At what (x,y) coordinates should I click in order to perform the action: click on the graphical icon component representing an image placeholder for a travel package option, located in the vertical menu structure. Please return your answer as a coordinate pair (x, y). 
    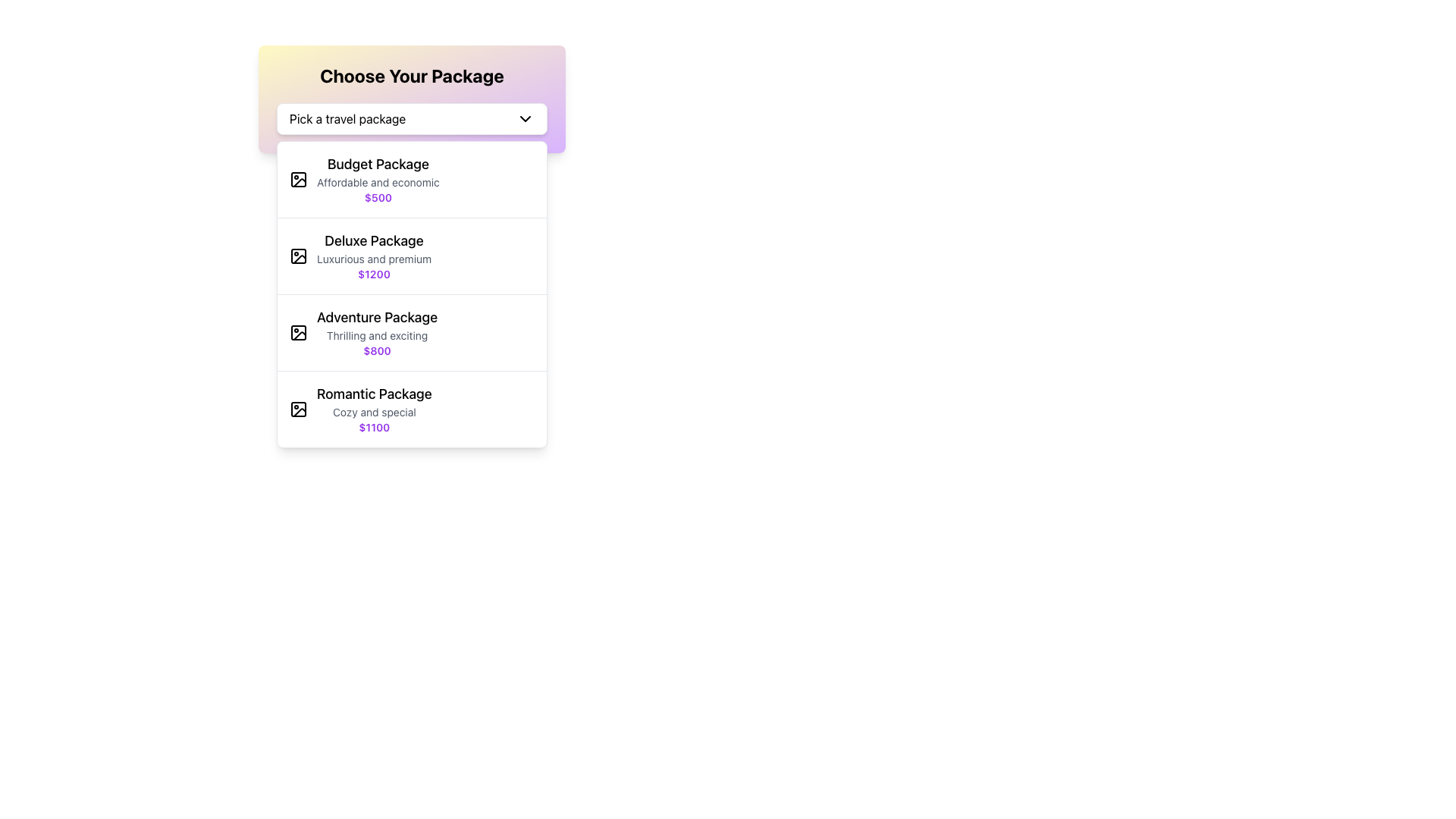
    Looking at the image, I should click on (300, 182).